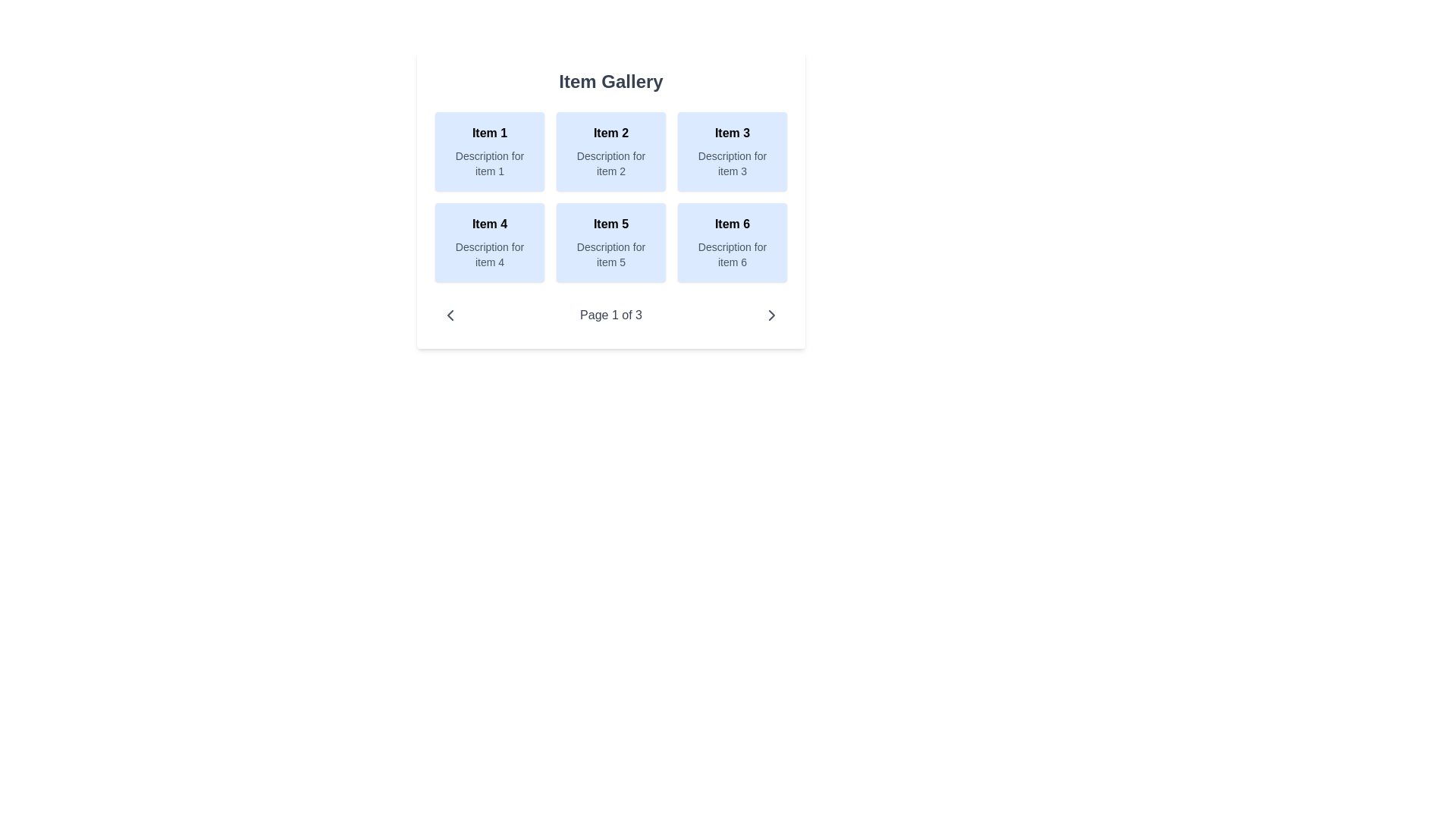  I want to click on displayed text of the Text component showing 'Description for item 4', which is located beneath the title 'Item 4' in the fourth item box of the grid layout, so click(490, 253).